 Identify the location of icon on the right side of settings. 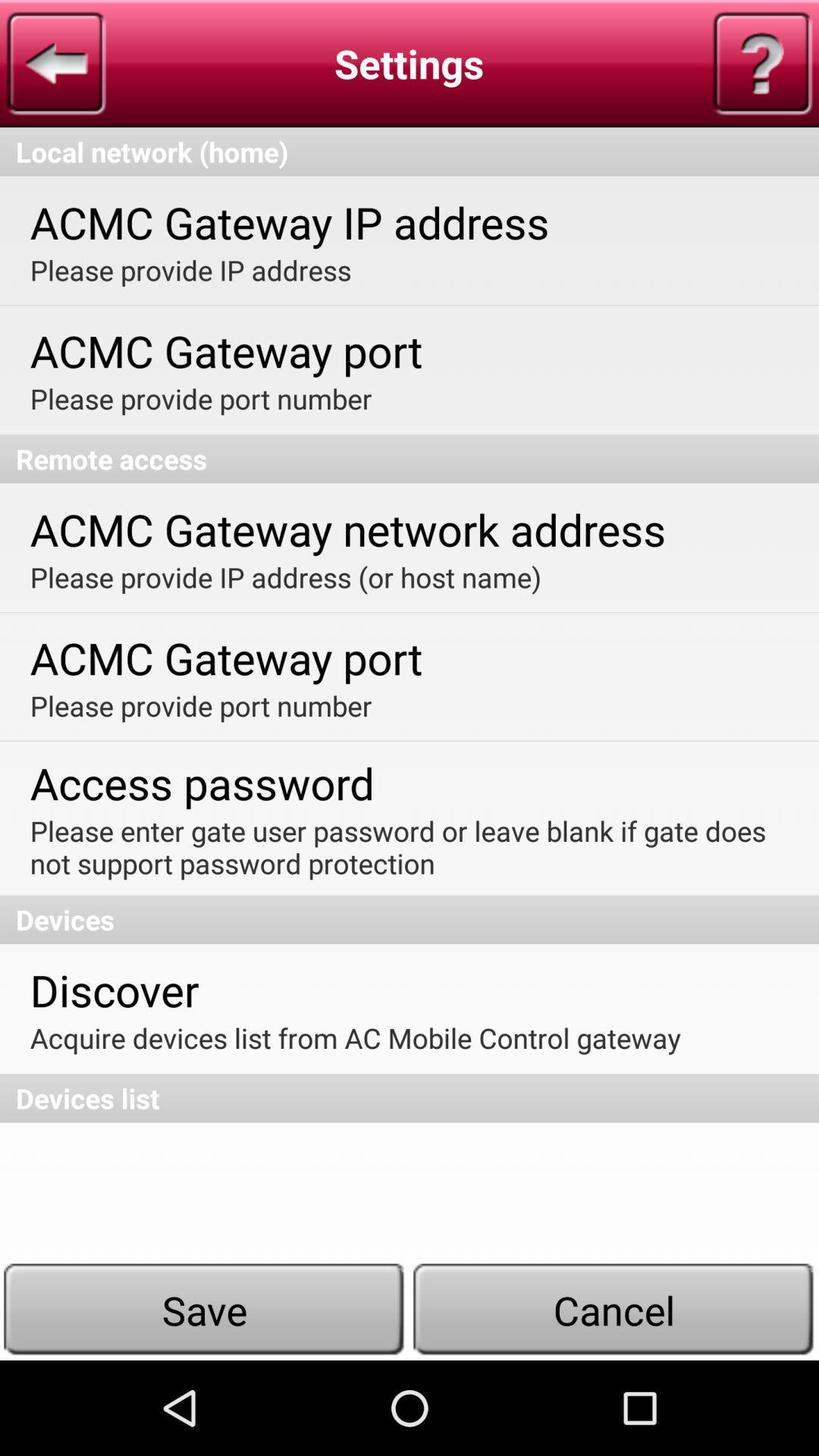
(762, 63).